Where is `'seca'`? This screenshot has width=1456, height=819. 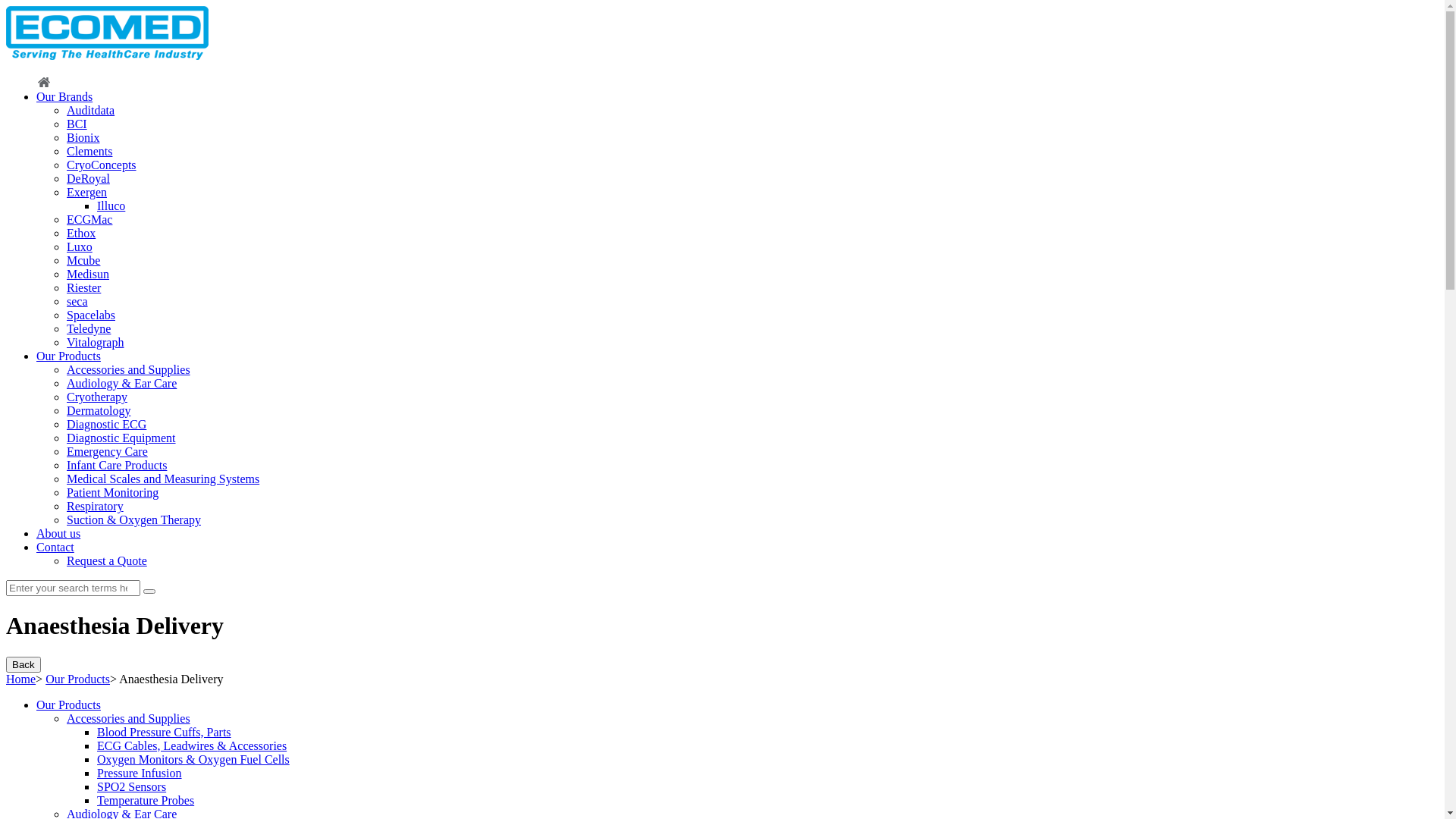
'seca' is located at coordinates (76, 301).